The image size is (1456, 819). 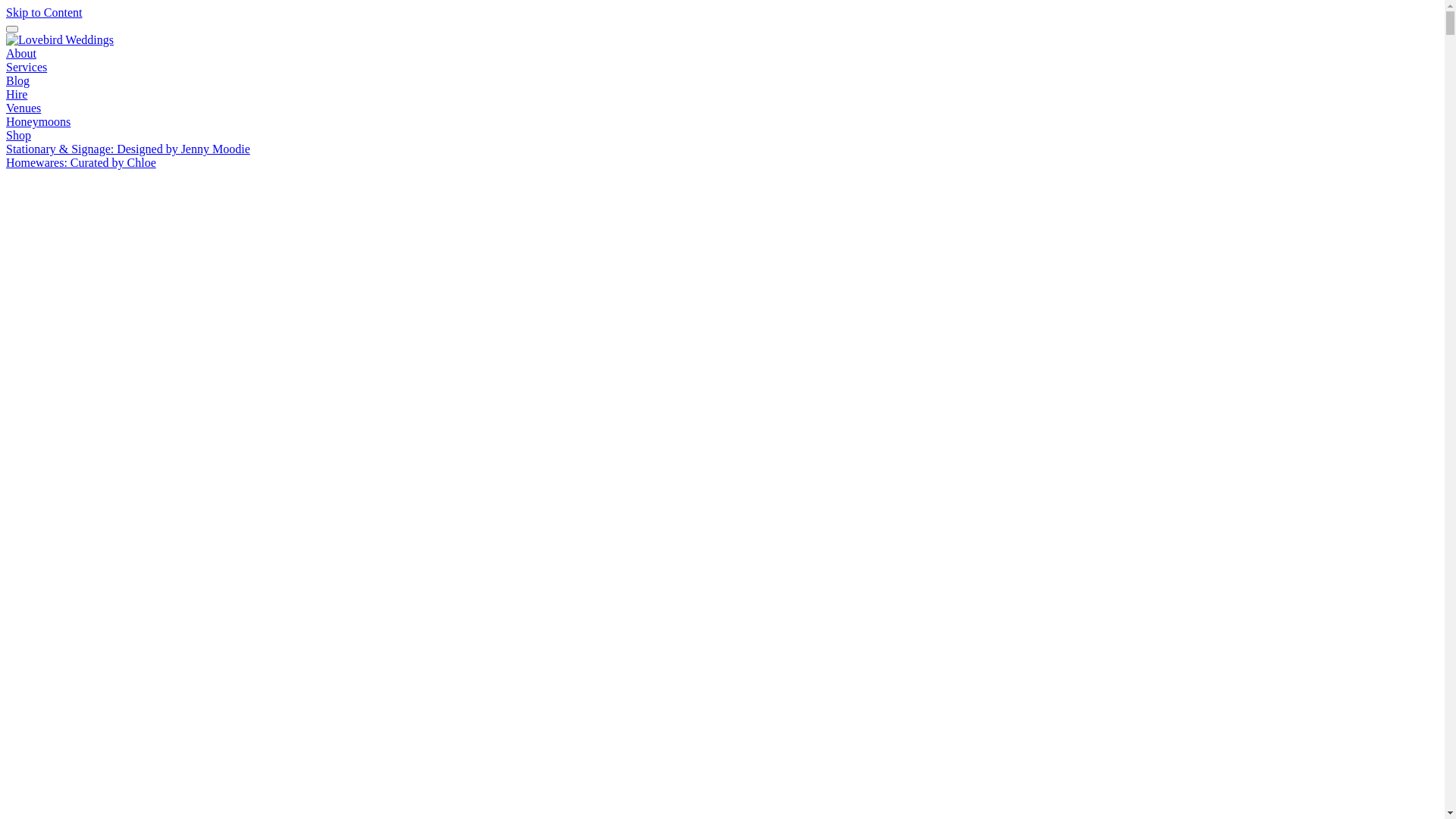 I want to click on 'Services', so click(x=26, y=66).